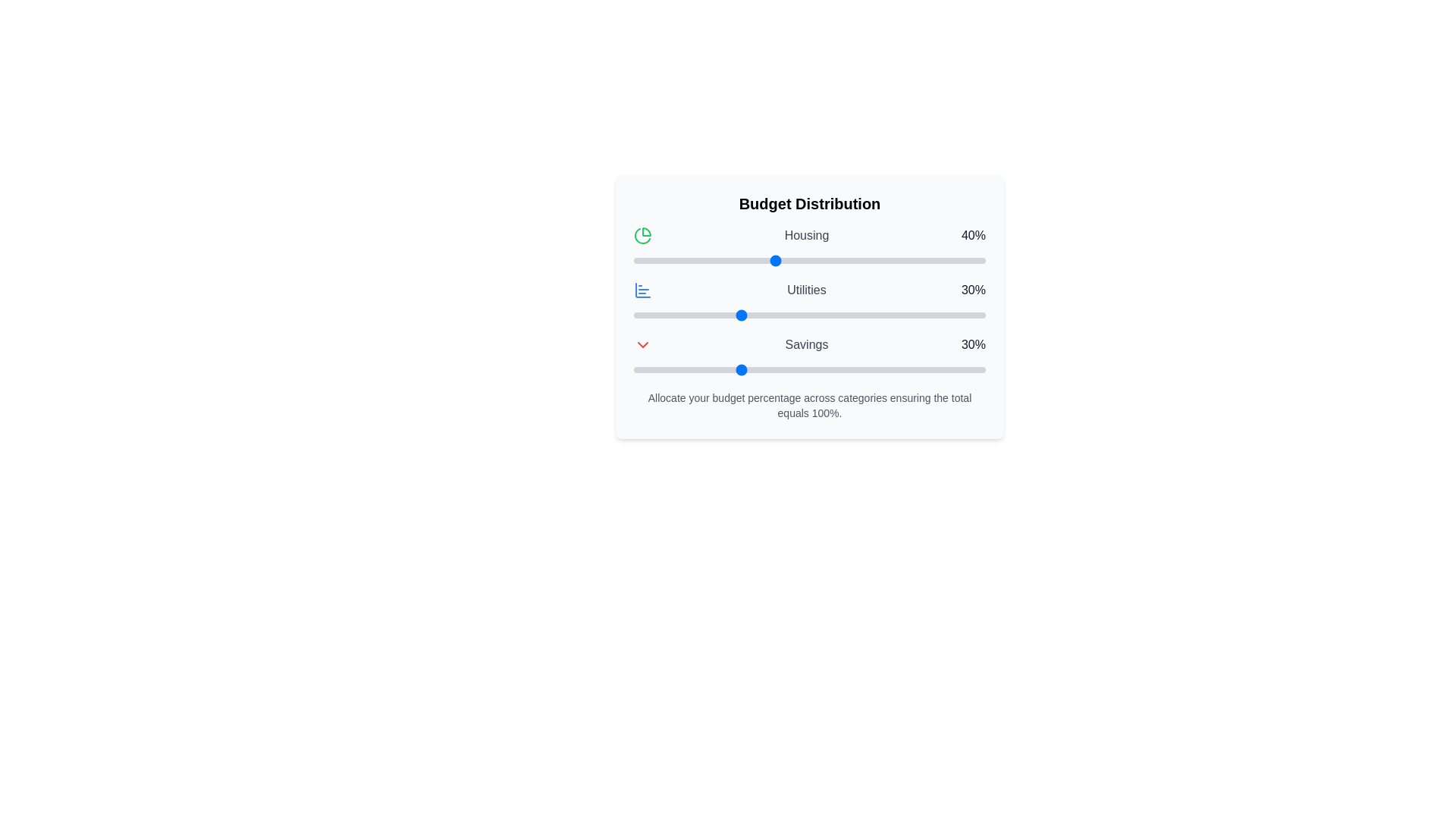  What do you see at coordinates (750, 259) in the screenshot?
I see `the Housing percentage slider` at bounding box center [750, 259].